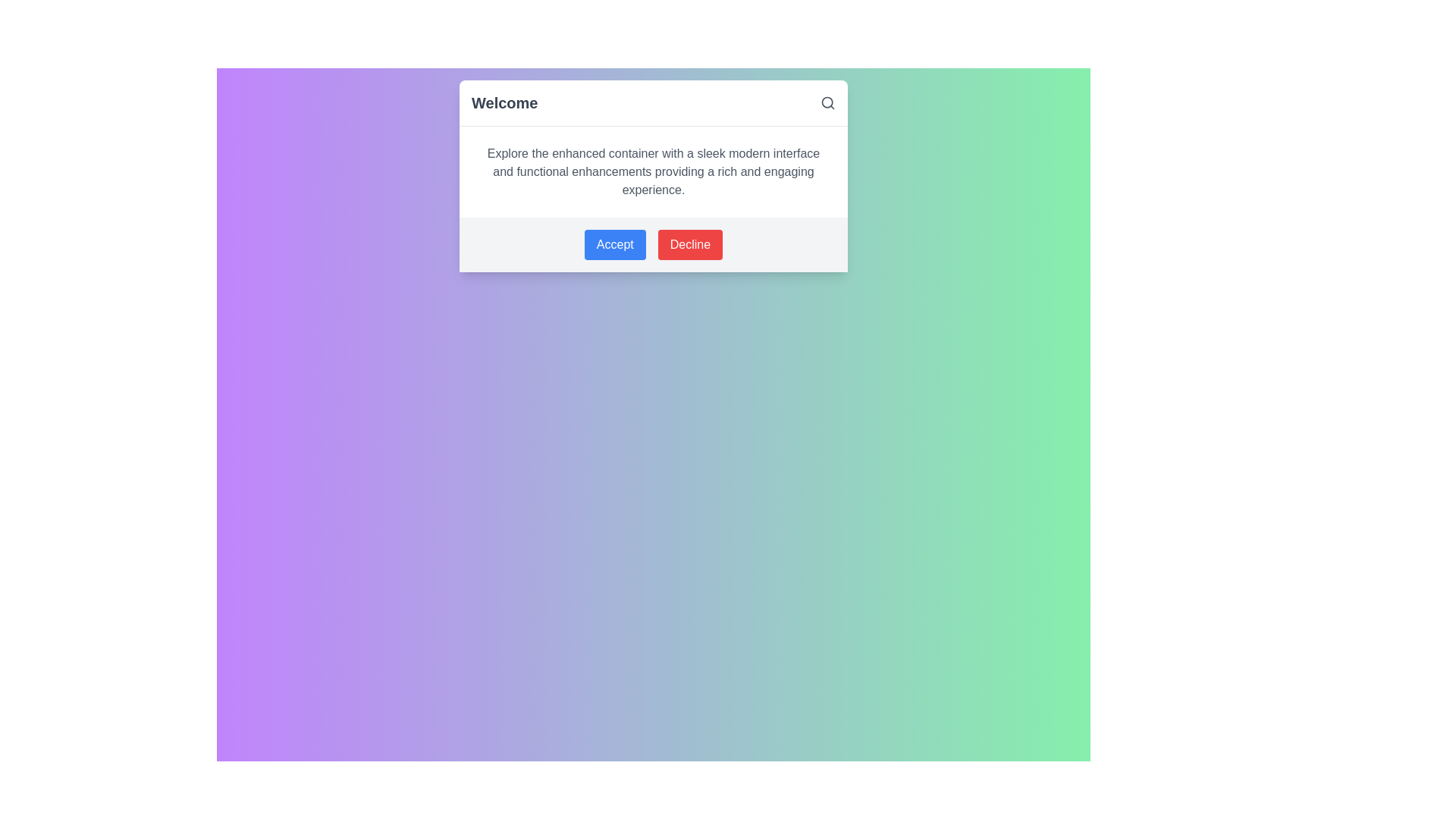  Describe the element at coordinates (615, 244) in the screenshot. I see `the 'Accept' button by focusing on it through keyboard for accessibility purposes` at that location.